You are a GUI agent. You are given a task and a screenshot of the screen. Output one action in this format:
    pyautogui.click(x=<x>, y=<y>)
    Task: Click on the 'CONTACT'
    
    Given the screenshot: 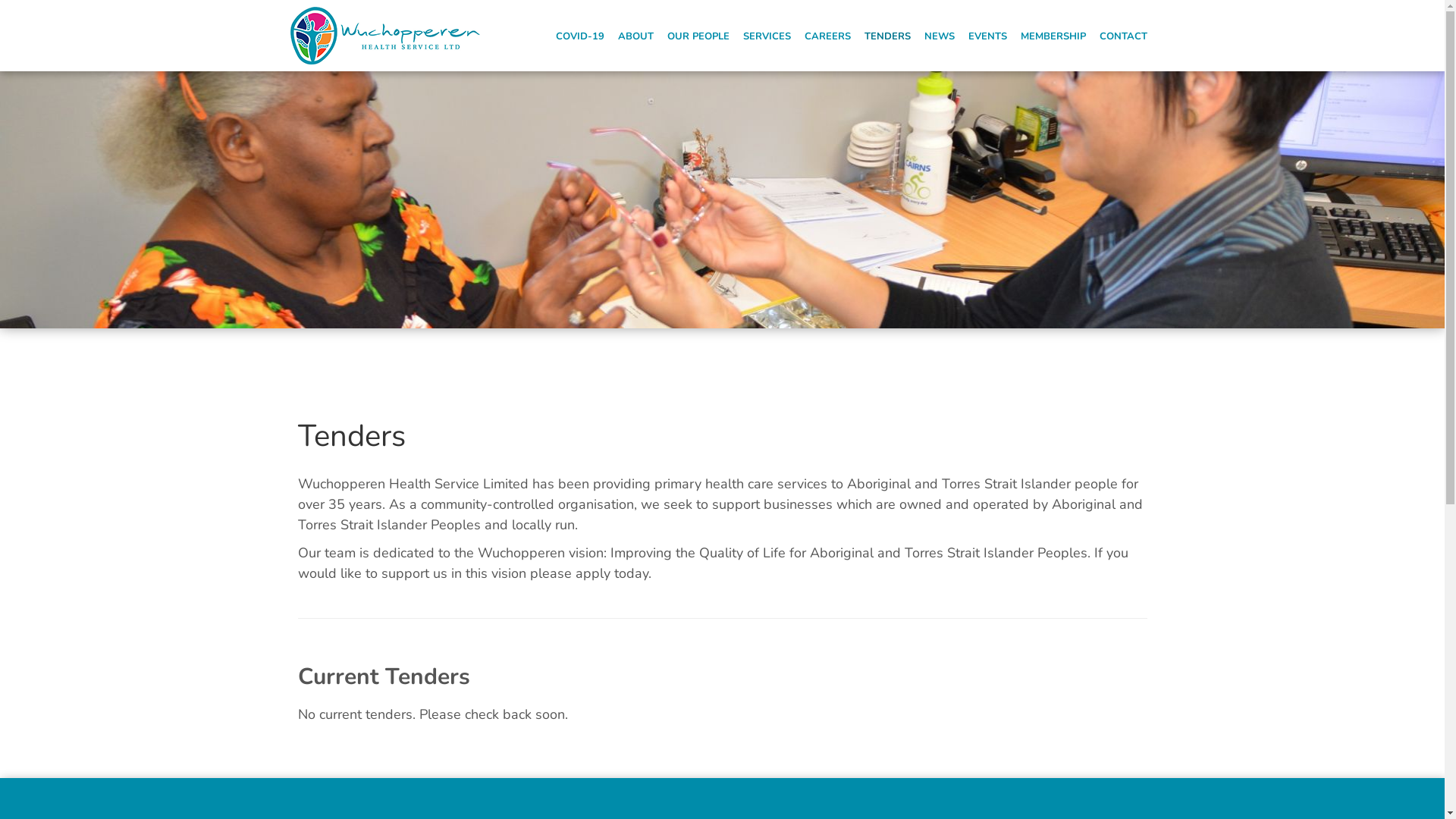 What is the action you would take?
    pyautogui.click(x=1123, y=35)
    